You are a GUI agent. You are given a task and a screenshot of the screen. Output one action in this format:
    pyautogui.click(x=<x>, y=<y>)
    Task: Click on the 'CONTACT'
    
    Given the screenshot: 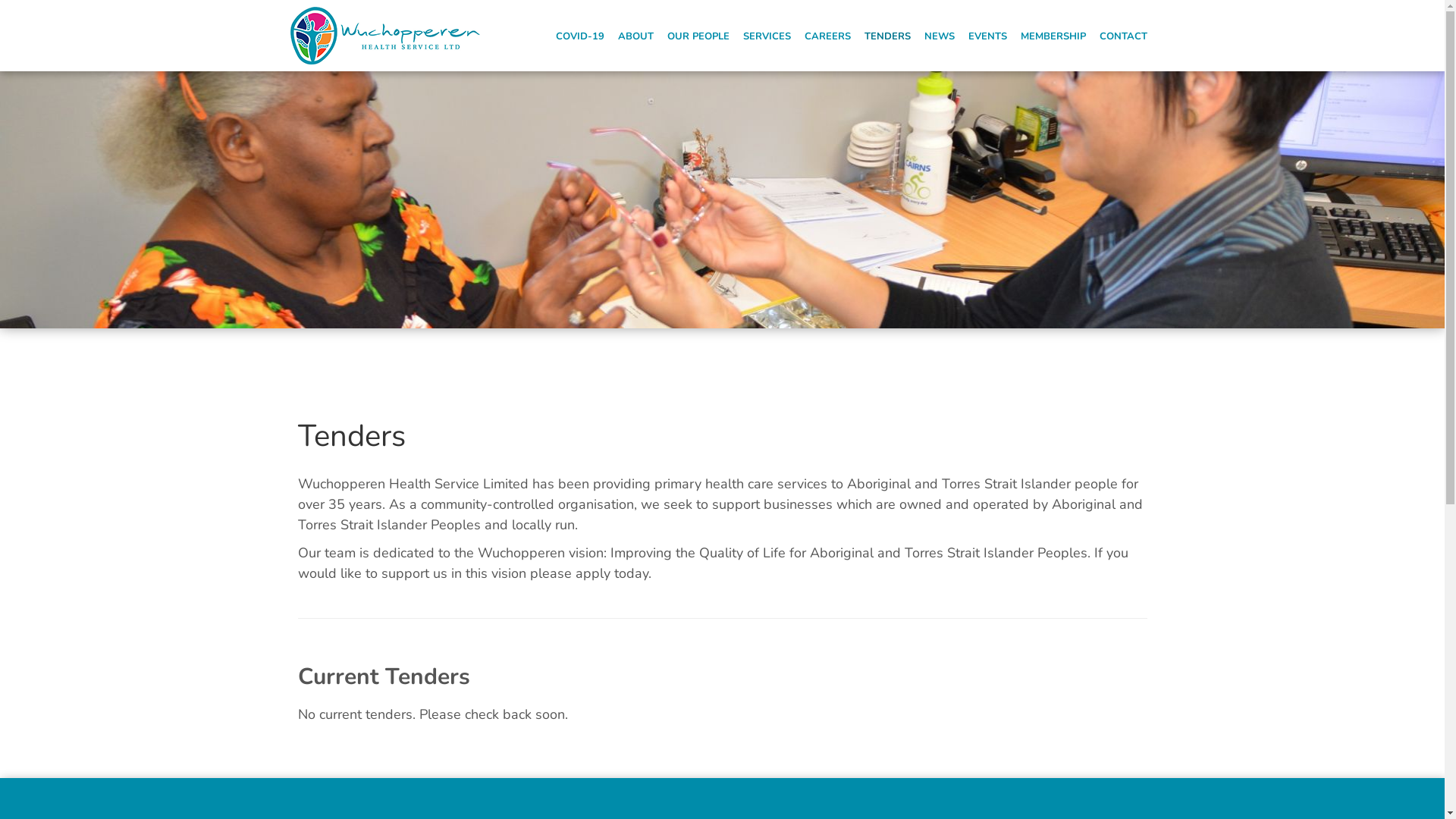 What is the action you would take?
    pyautogui.click(x=1123, y=35)
    